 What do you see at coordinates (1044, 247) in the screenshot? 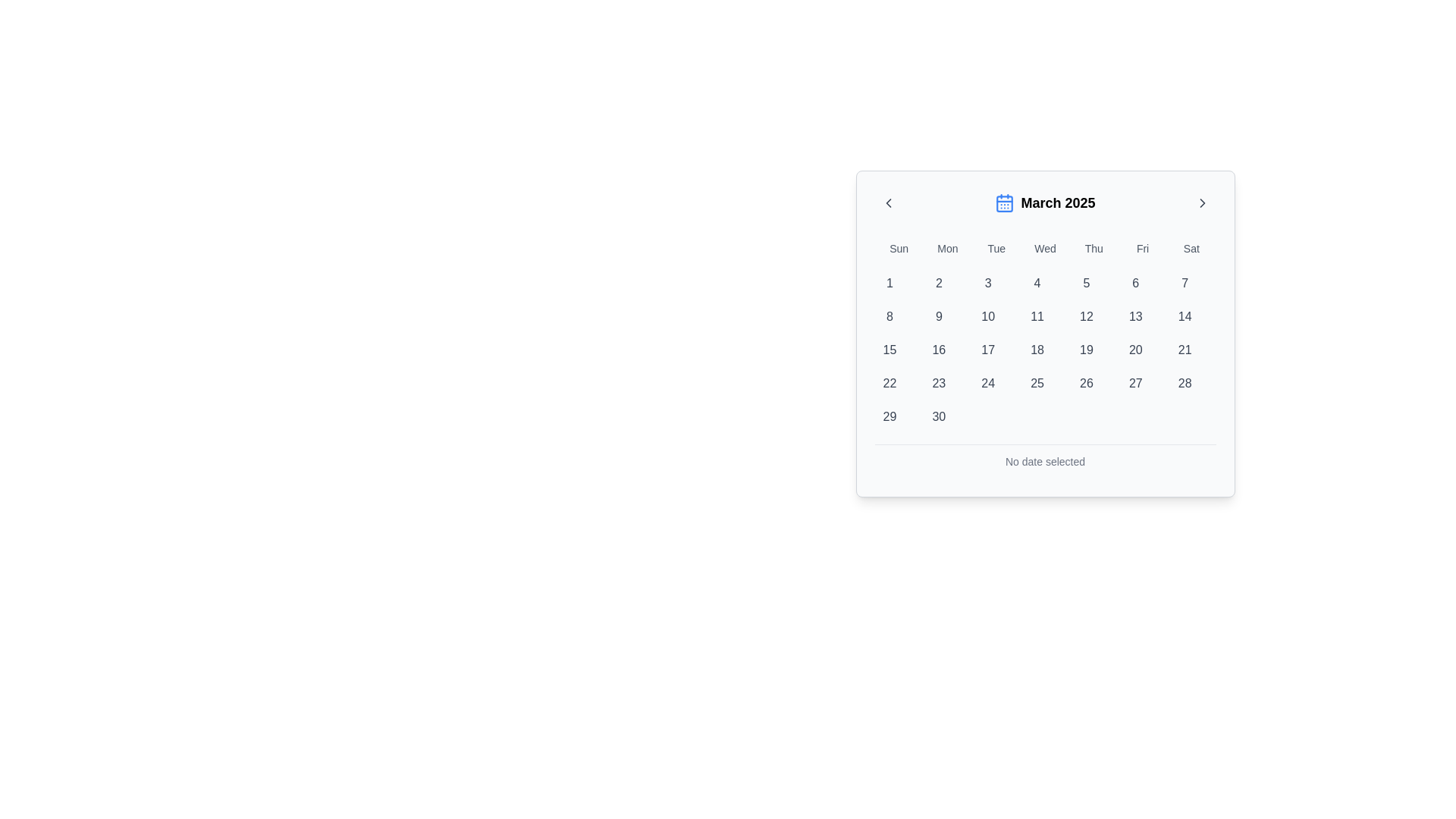
I see `the label displaying 'Wed', which is the fourth day of the week in a row of day labels in the calendar` at bounding box center [1044, 247].